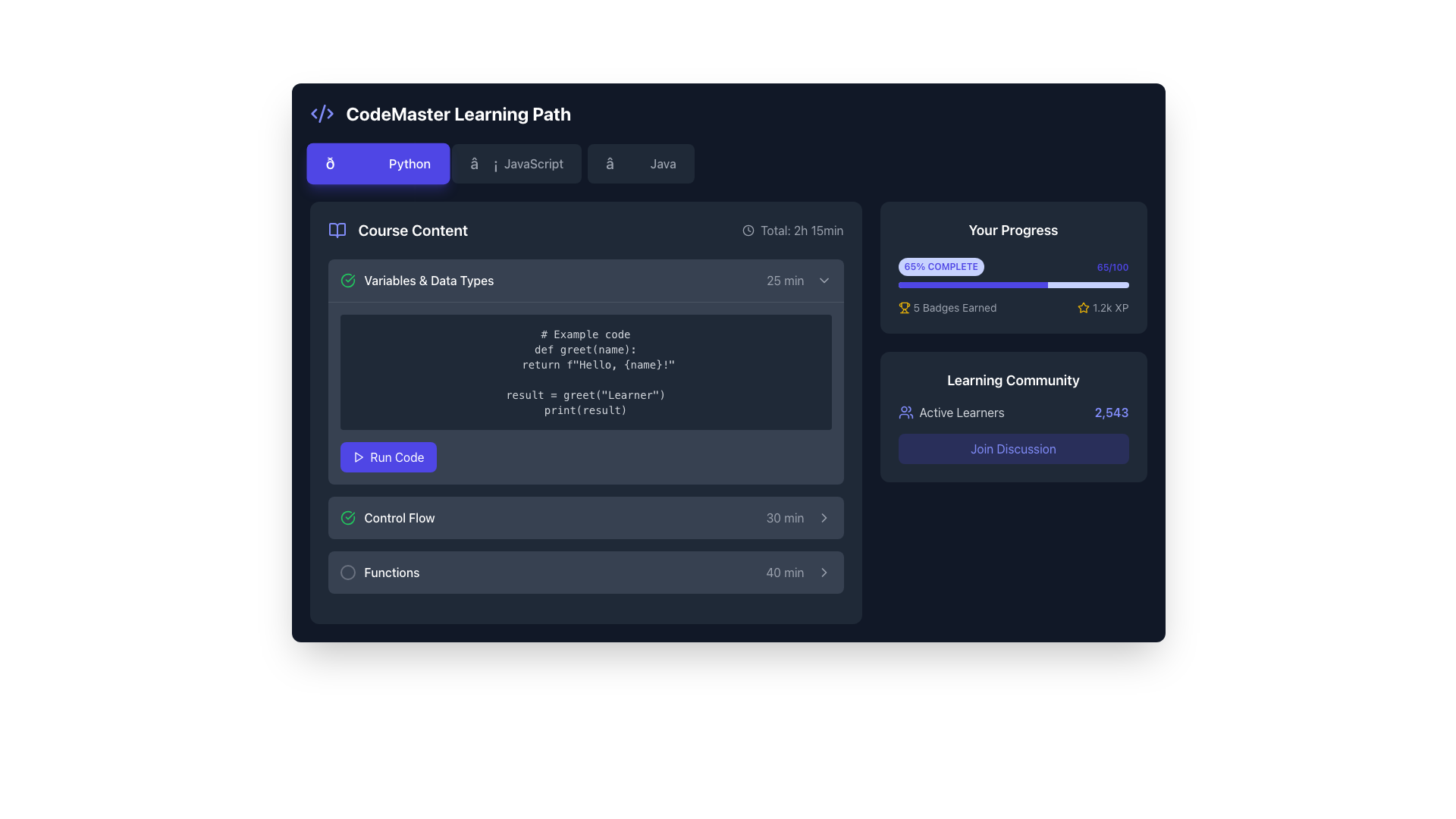  What do you see at coordinates (1013, 447) in the screenshot?
I see `the 'Join Discussion' button, which is a light indigo rectangular button with rounded corners located in the bottom-right section of the interface, below the text showing '2,543' active learners` at bounding box center [1013, 447].